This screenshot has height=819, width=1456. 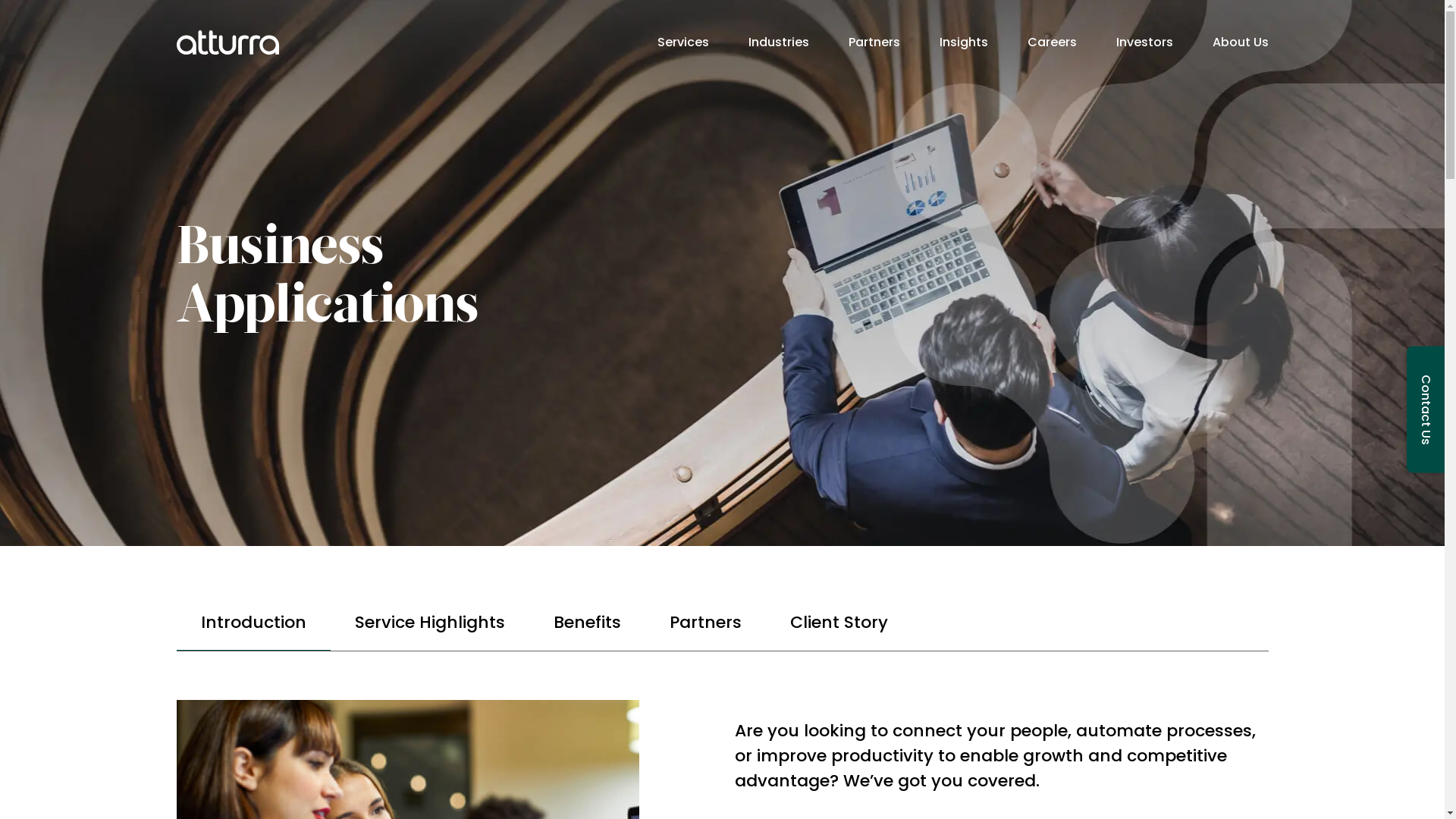 I want to click on 'Partners', so click(x=704, y=623).